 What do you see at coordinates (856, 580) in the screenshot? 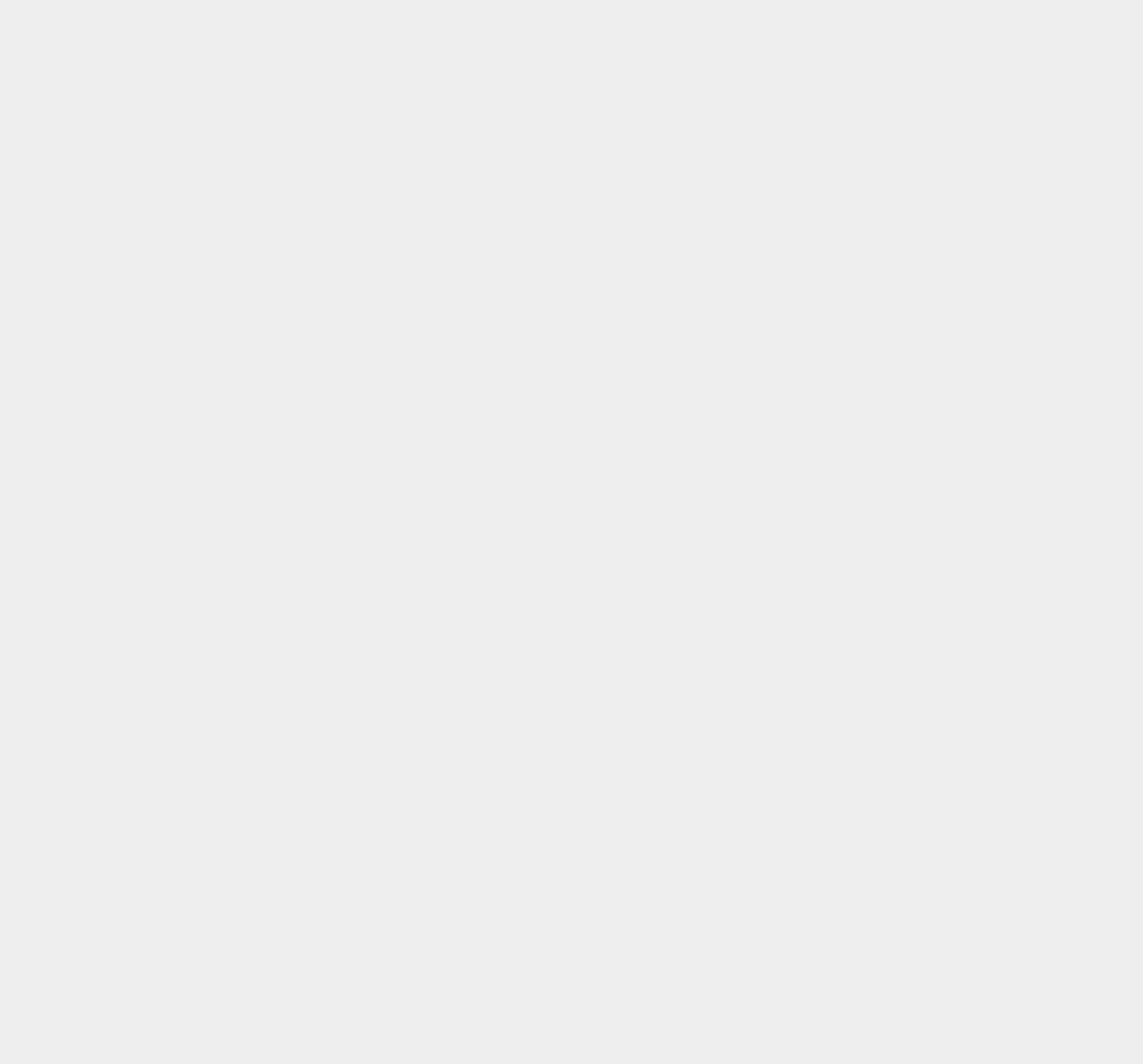
I see `'Microsoft Office'` at bounding box center [856, 580].